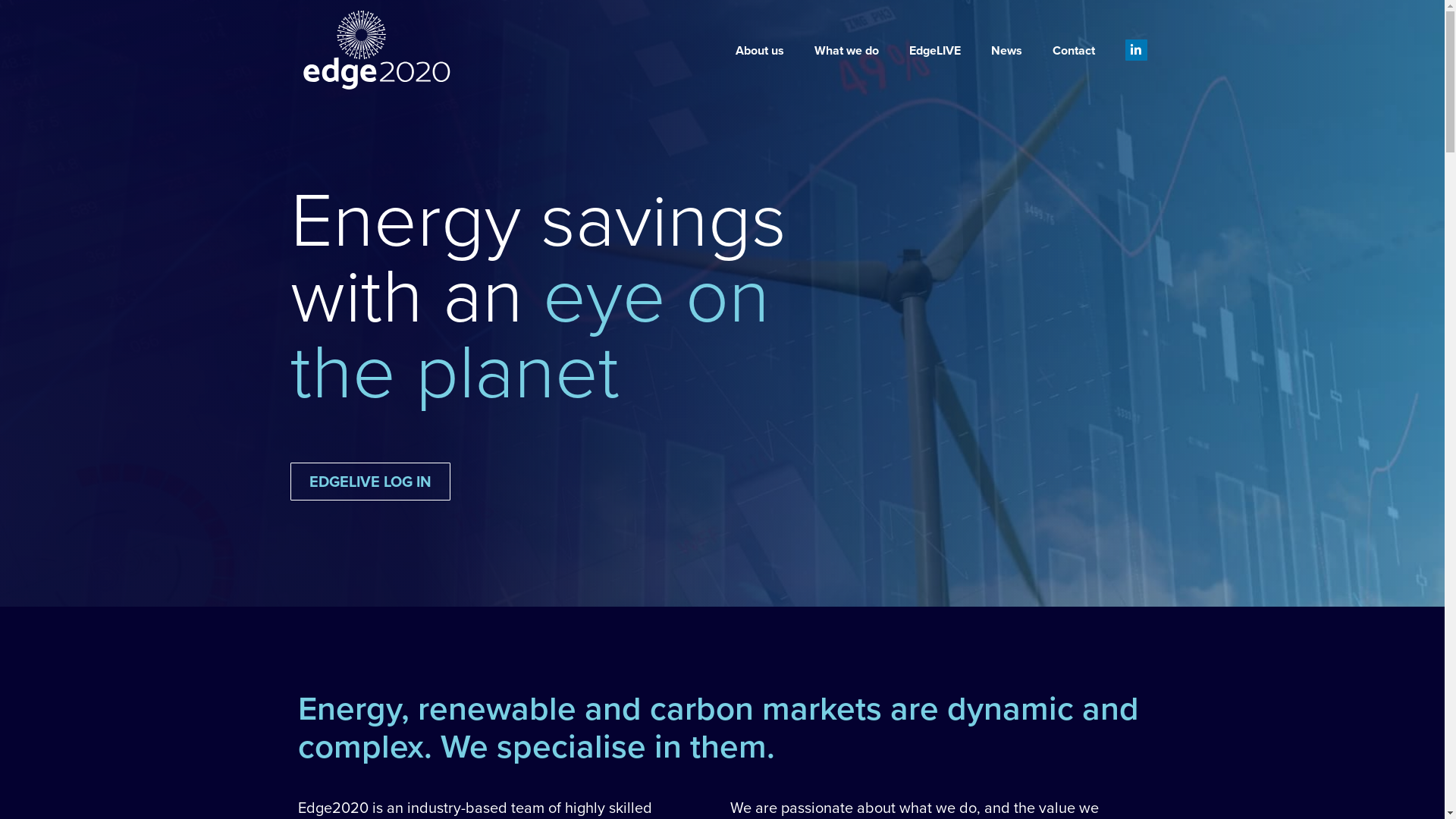 This screenshot has width=1456, height=819. I want to click on 'What we do', so click(846, 49).